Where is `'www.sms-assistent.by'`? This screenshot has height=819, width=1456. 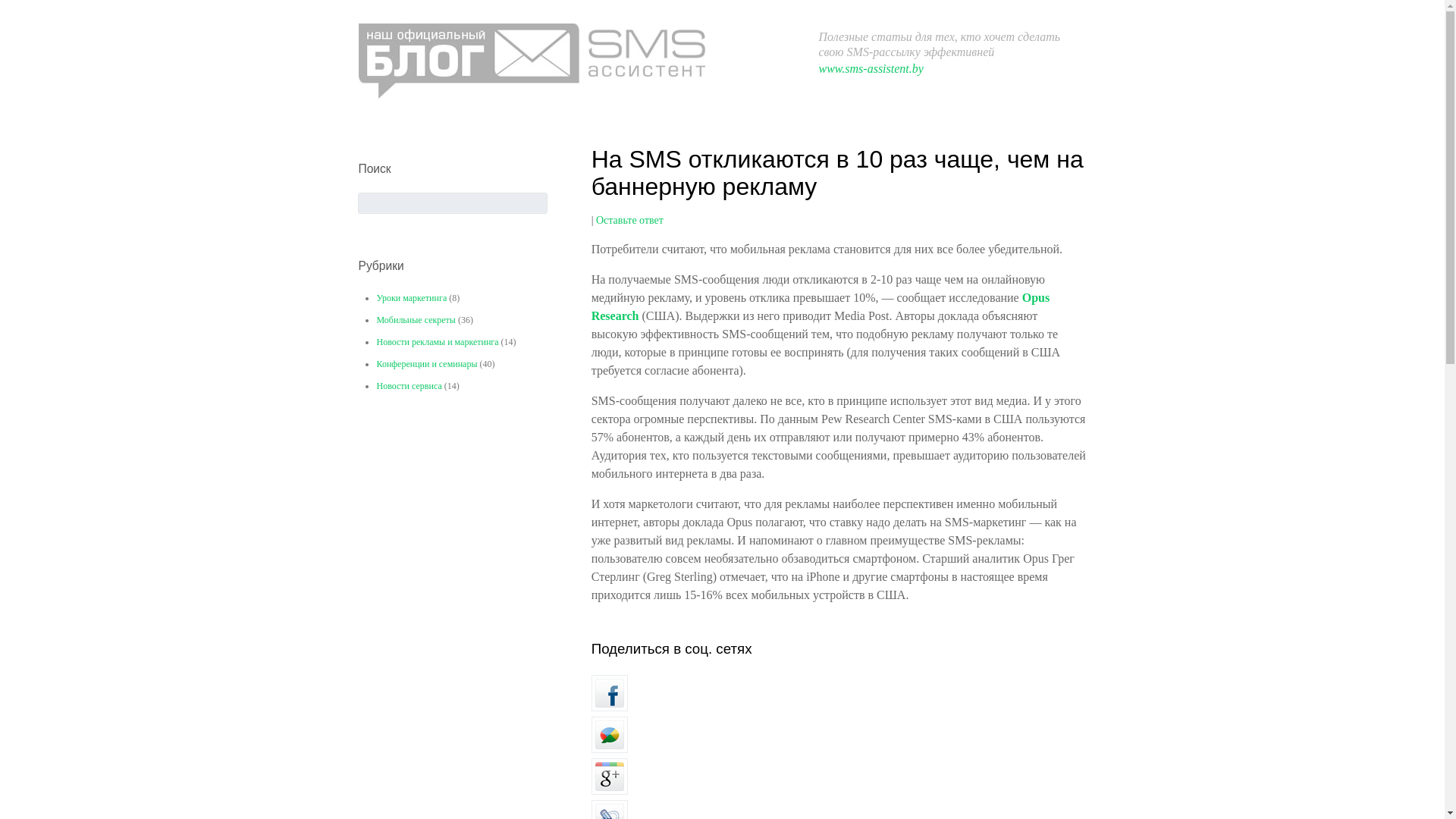 'www.sms-assistent.by' is located at coordinates (871, 68).